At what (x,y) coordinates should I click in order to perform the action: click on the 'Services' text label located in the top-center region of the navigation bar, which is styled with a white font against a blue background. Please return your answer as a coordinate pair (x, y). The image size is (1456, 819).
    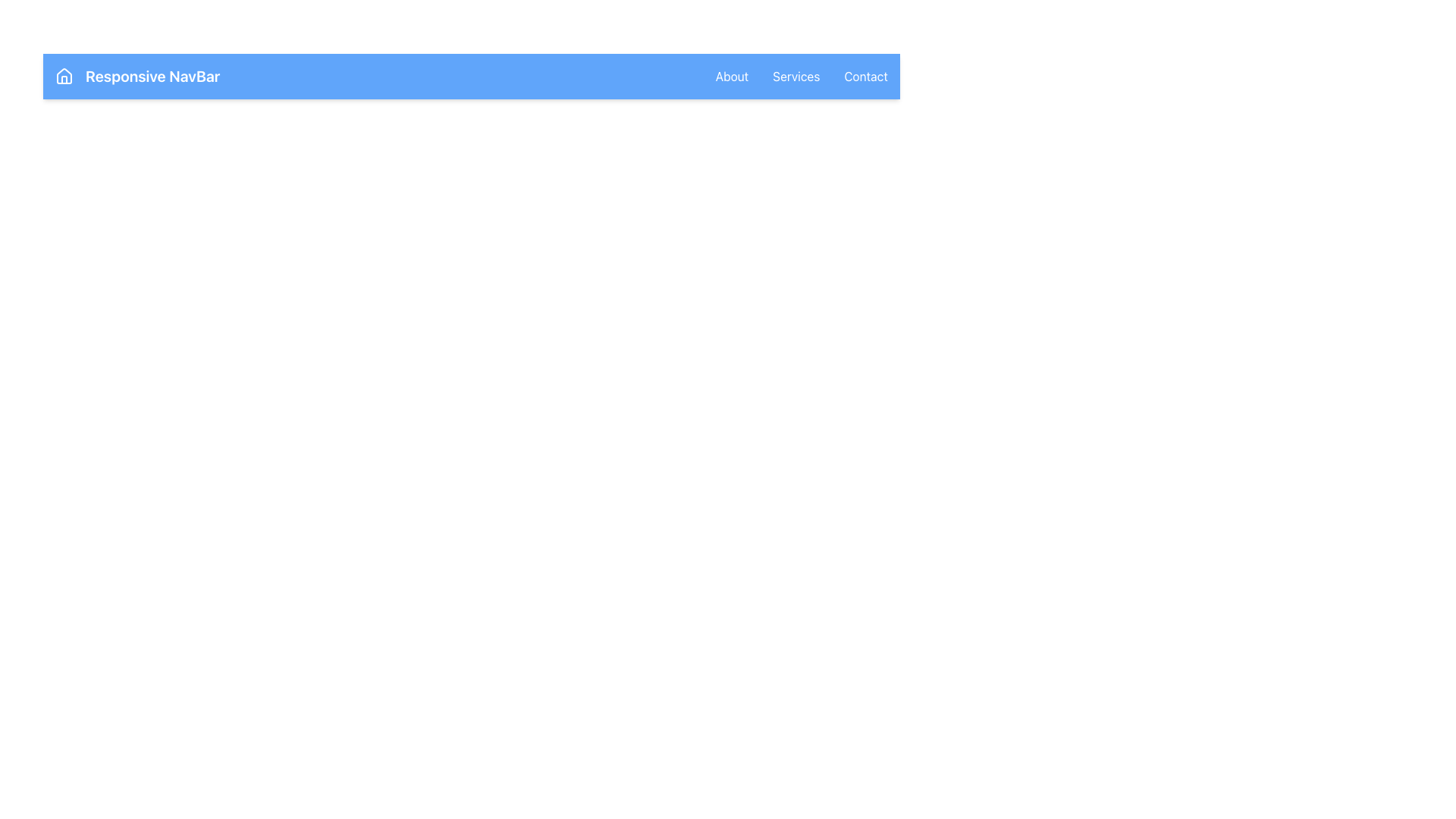
    Looking at the image, I should click on (795, 76).